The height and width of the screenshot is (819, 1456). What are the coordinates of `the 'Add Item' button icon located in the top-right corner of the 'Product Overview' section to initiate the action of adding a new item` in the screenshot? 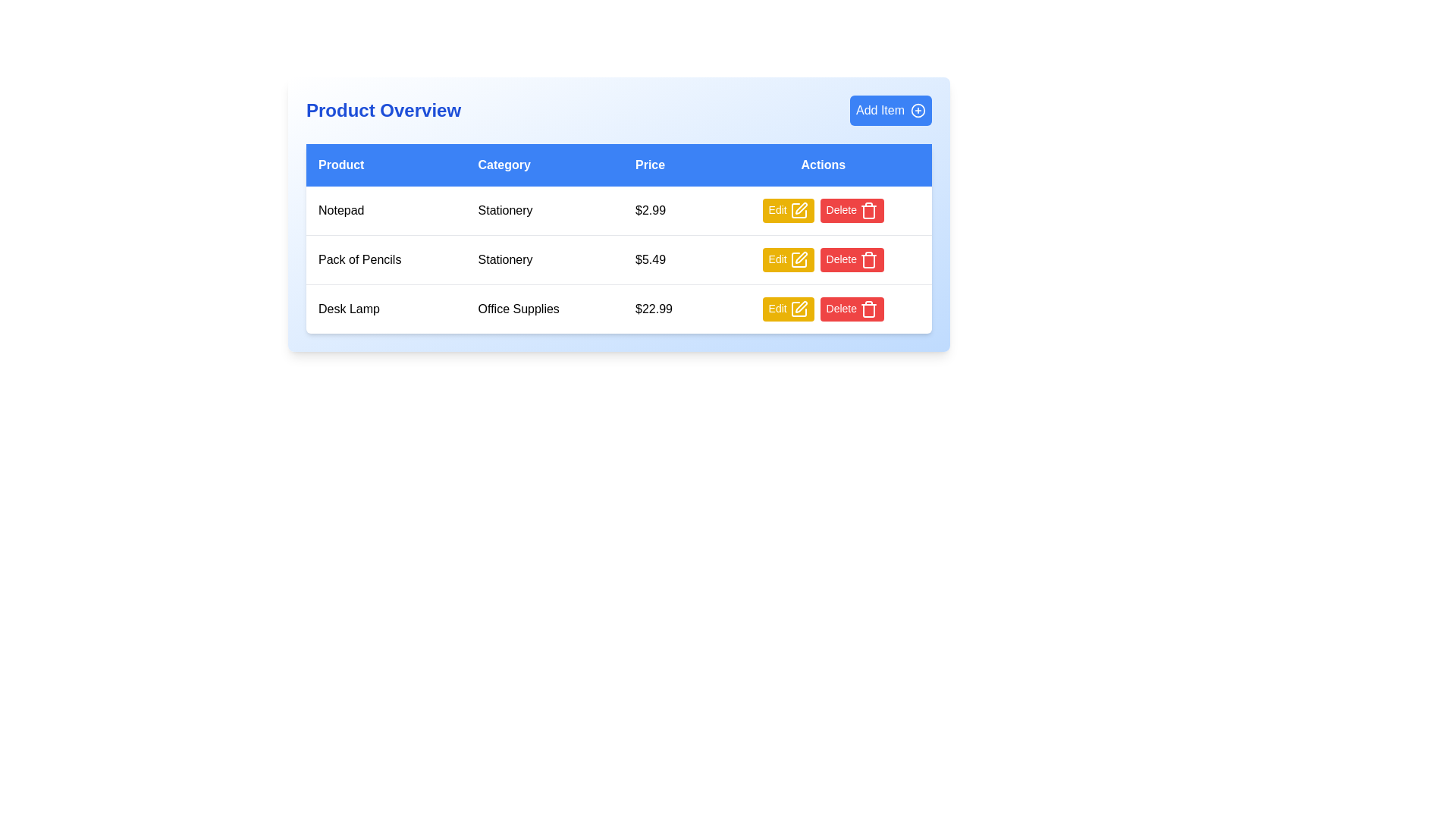 It's located at (917, 110).